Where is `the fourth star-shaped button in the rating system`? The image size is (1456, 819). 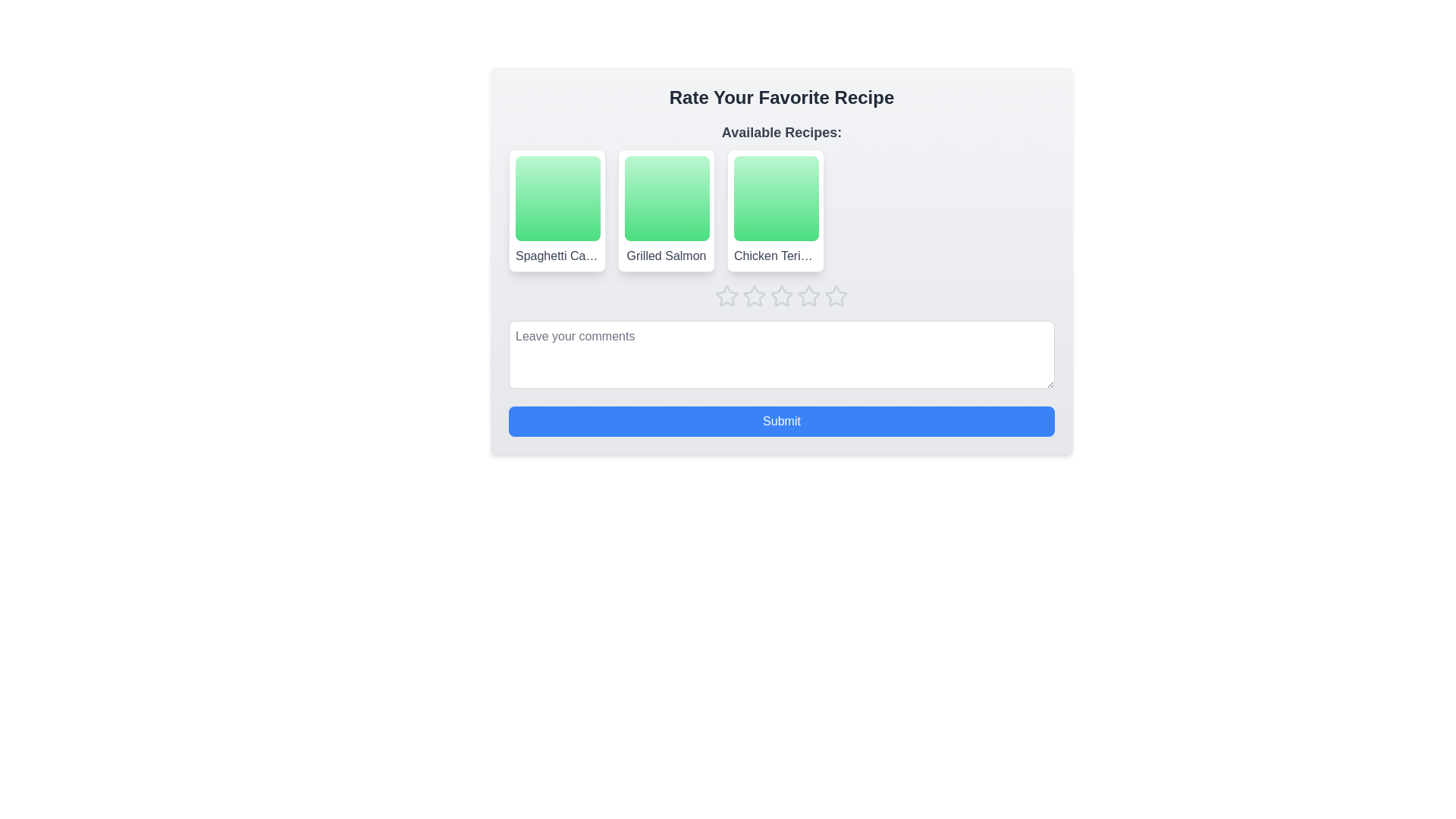
the fourth star-shaped button in the rating system is located at coordinates (808, 296).